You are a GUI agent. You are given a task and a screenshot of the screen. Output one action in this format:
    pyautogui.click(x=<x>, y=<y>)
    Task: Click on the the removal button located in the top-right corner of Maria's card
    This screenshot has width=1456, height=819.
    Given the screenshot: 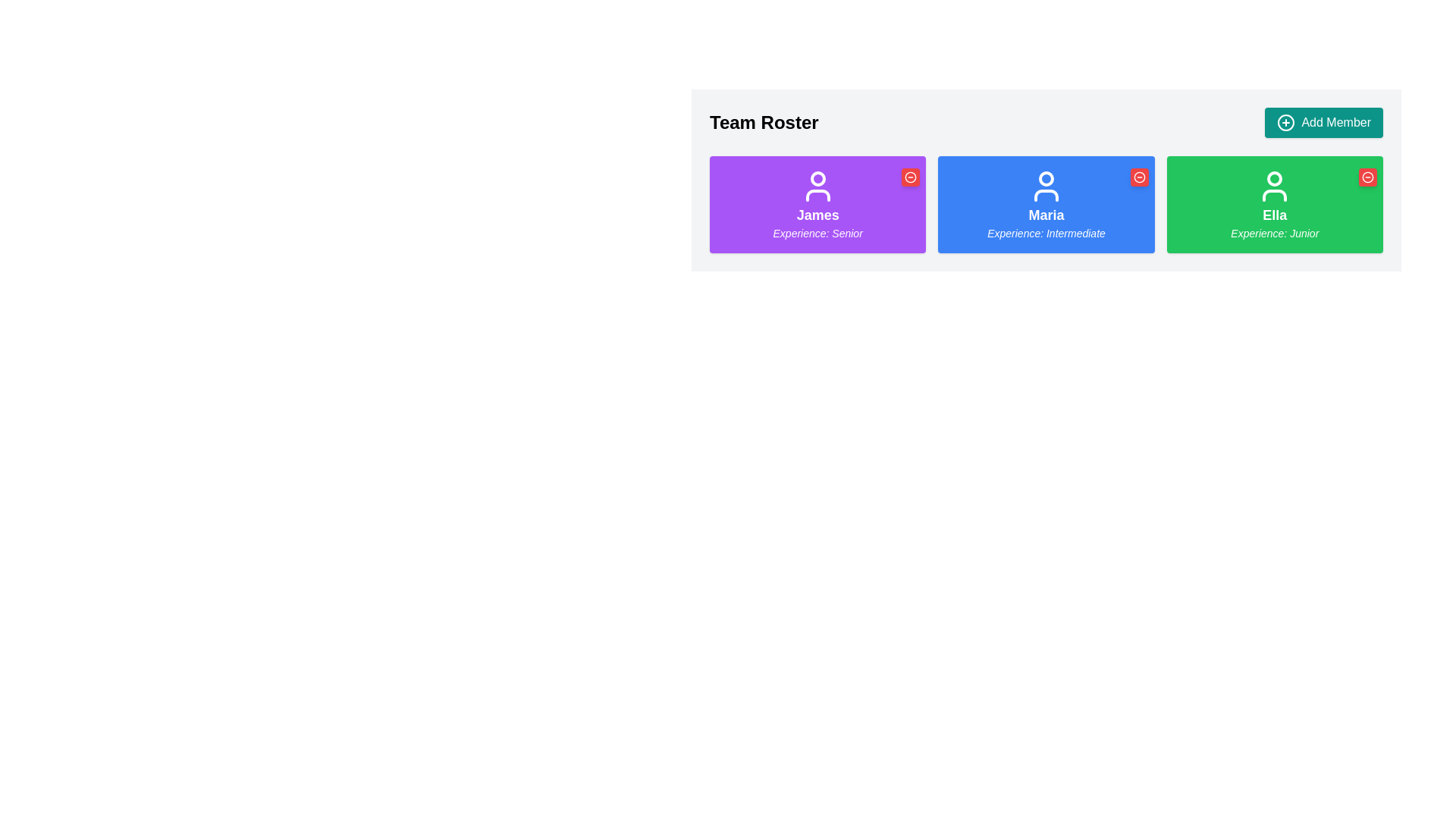 What is the action you would take?
    pyautogui.click(x=1139, y=177)
    